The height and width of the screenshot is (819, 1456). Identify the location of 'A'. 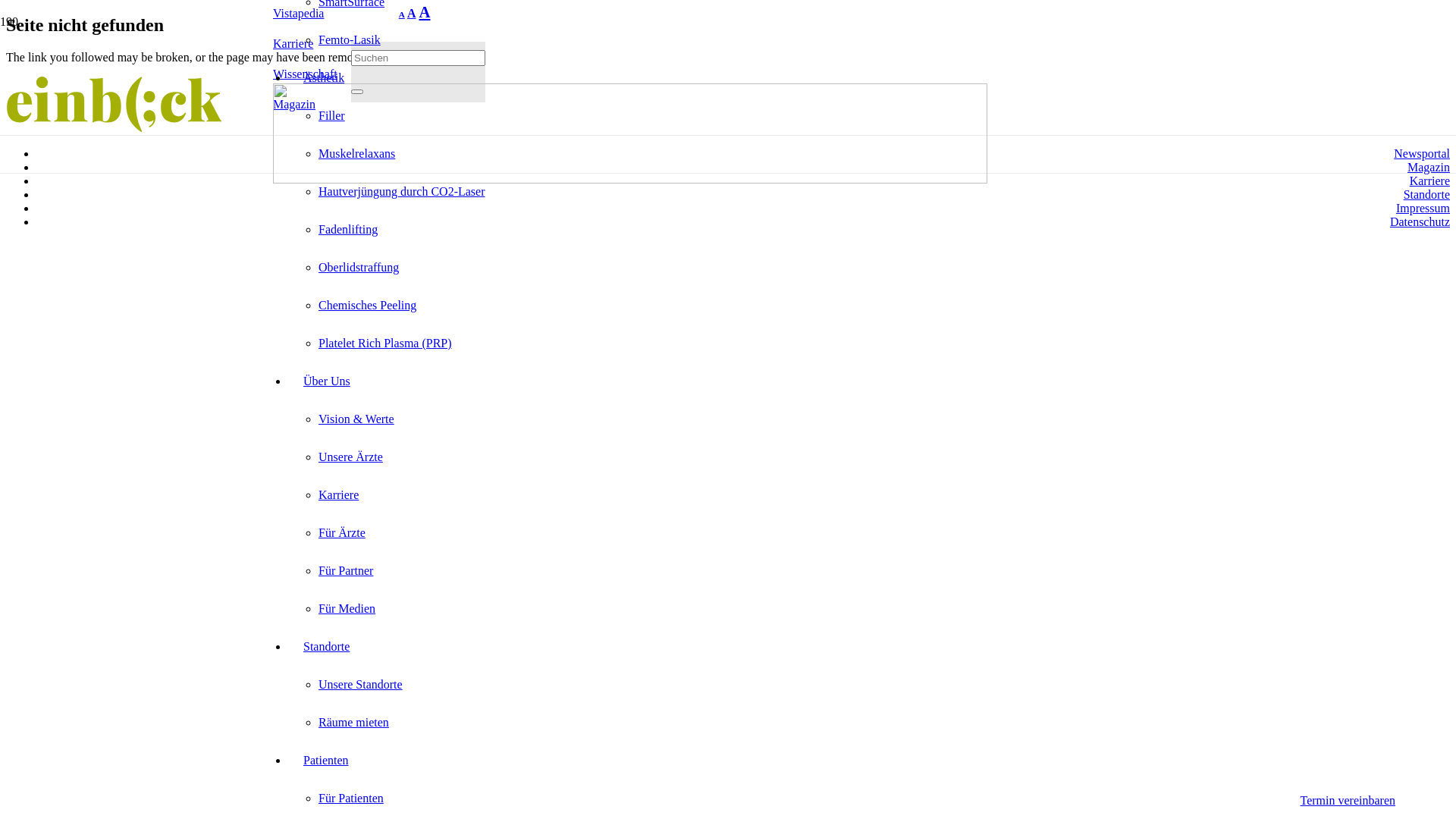
(407, 13).